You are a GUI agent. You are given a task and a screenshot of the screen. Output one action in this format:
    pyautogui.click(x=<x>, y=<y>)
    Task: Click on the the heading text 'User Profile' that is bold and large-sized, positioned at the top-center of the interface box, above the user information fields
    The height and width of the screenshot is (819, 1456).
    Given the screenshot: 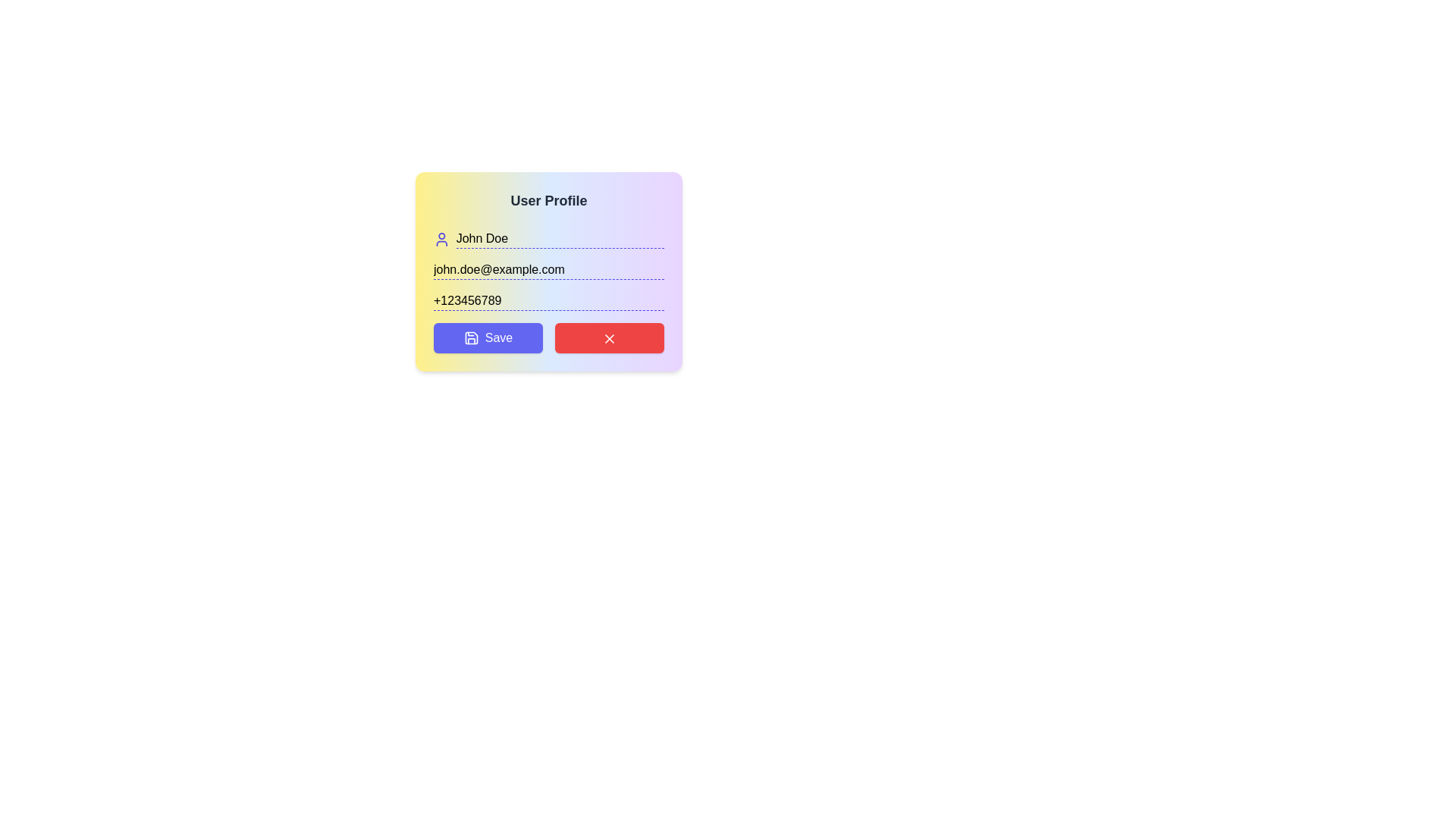 What is the action you would take?
    pyautogui.click(x=548, y=200)
    